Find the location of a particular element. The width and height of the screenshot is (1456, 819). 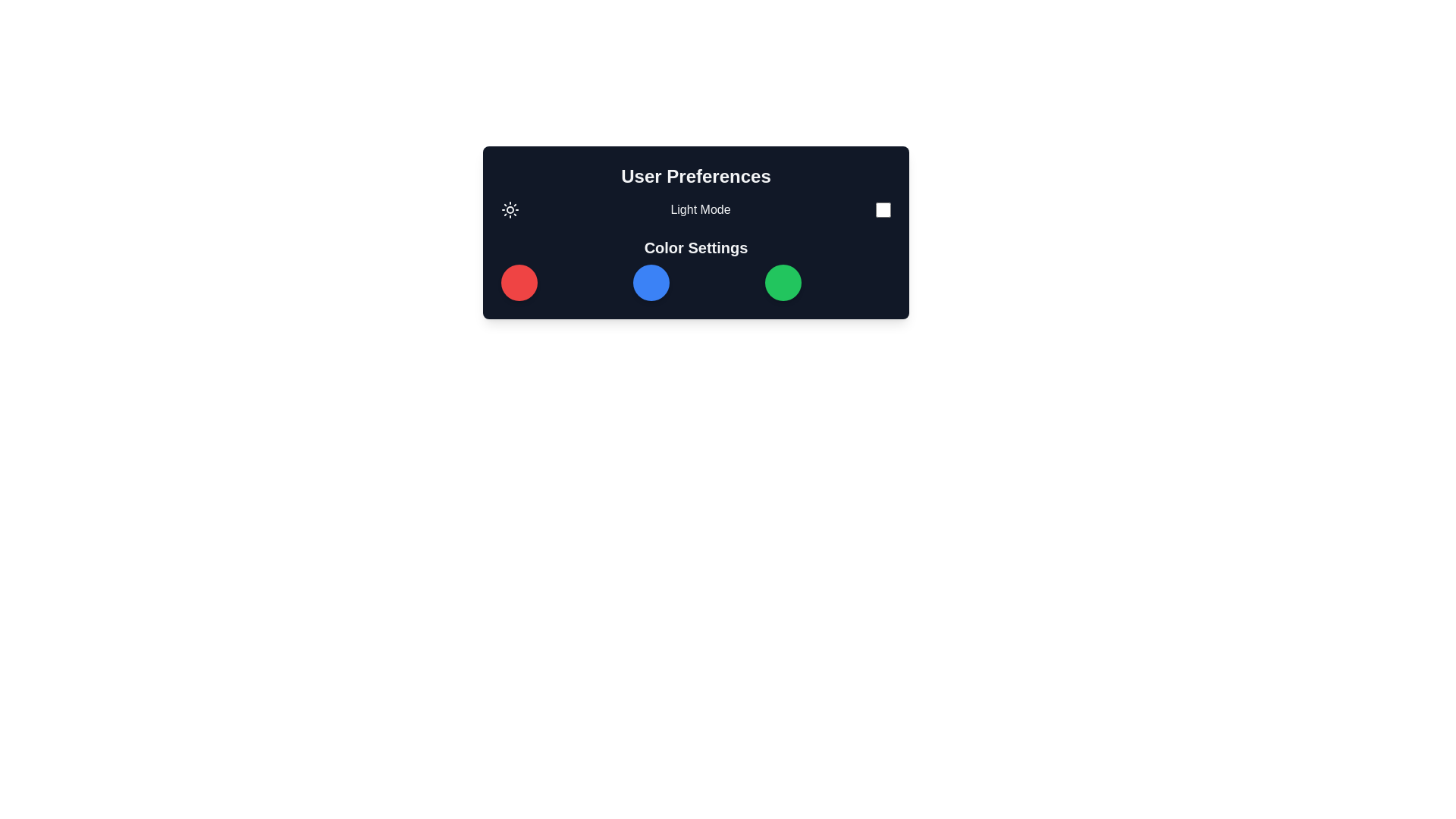

the first button in the color options of the 'User Preferences' panel is located at coordinates (519, 283).